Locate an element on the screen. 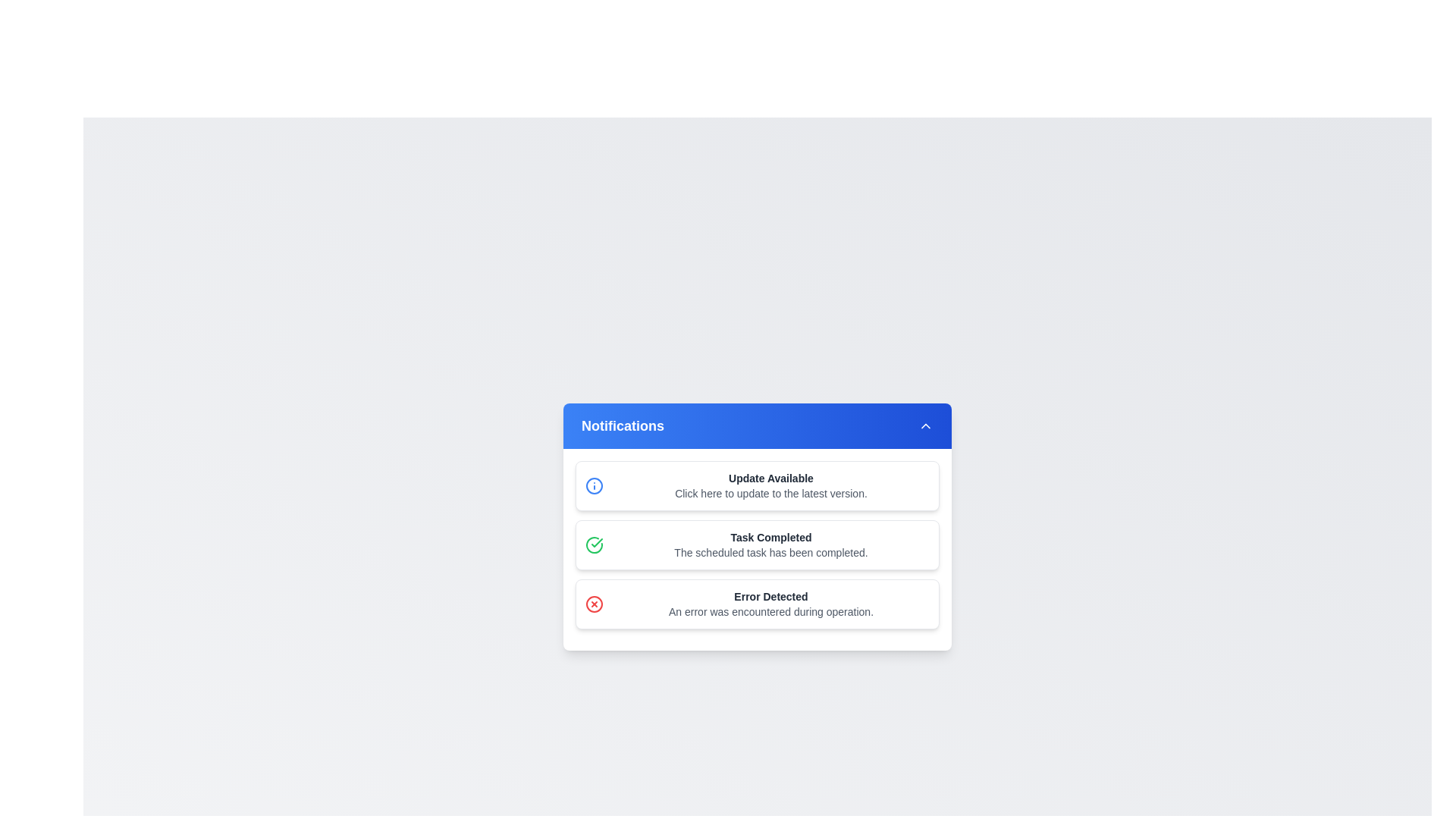 The width and height of the screenshot is (1456, 819). the circular blue icon with an embedded exclamation mark, located to the left of the 'Update Available' notification text in the first notification card is located at coordinates (593, 485).